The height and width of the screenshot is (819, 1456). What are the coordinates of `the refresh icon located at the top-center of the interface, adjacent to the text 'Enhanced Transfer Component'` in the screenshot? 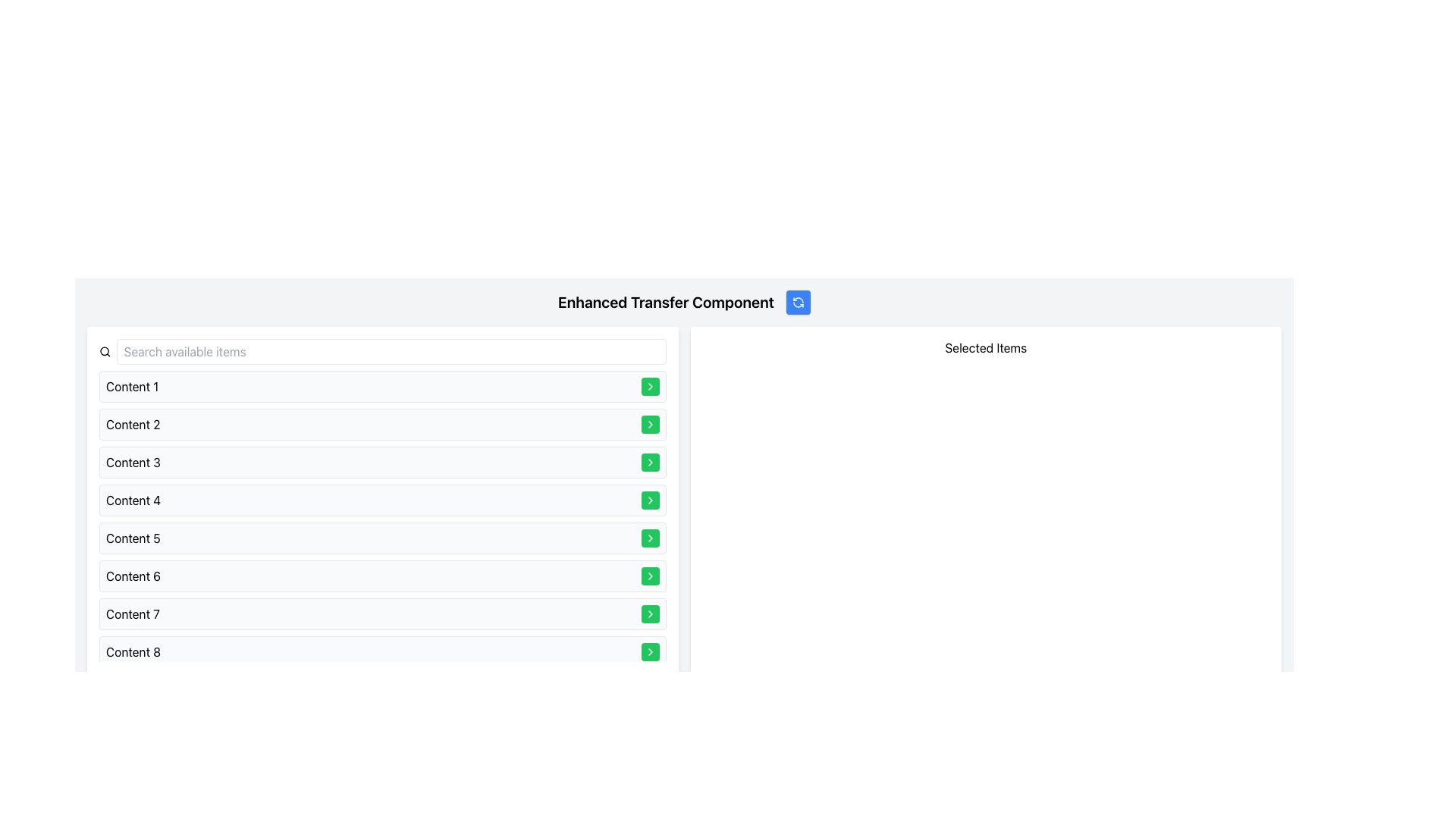 It's located at (797, 302).